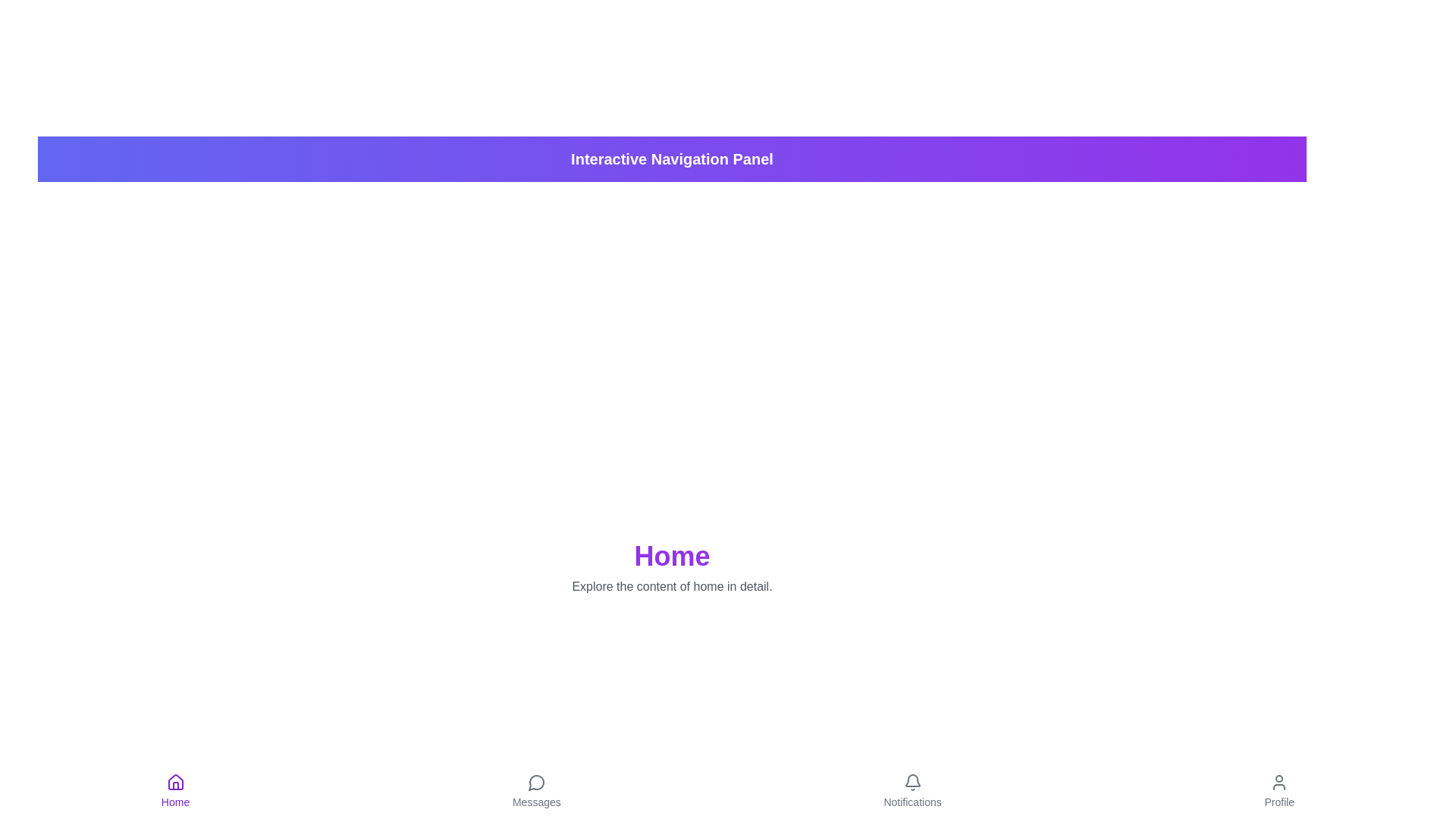 This screenshot has height=819, width=1456. Describe the element at coordinates (175, 791) in the screenshot. I see `the Home tab to navigate to the corresponding view` at that location.